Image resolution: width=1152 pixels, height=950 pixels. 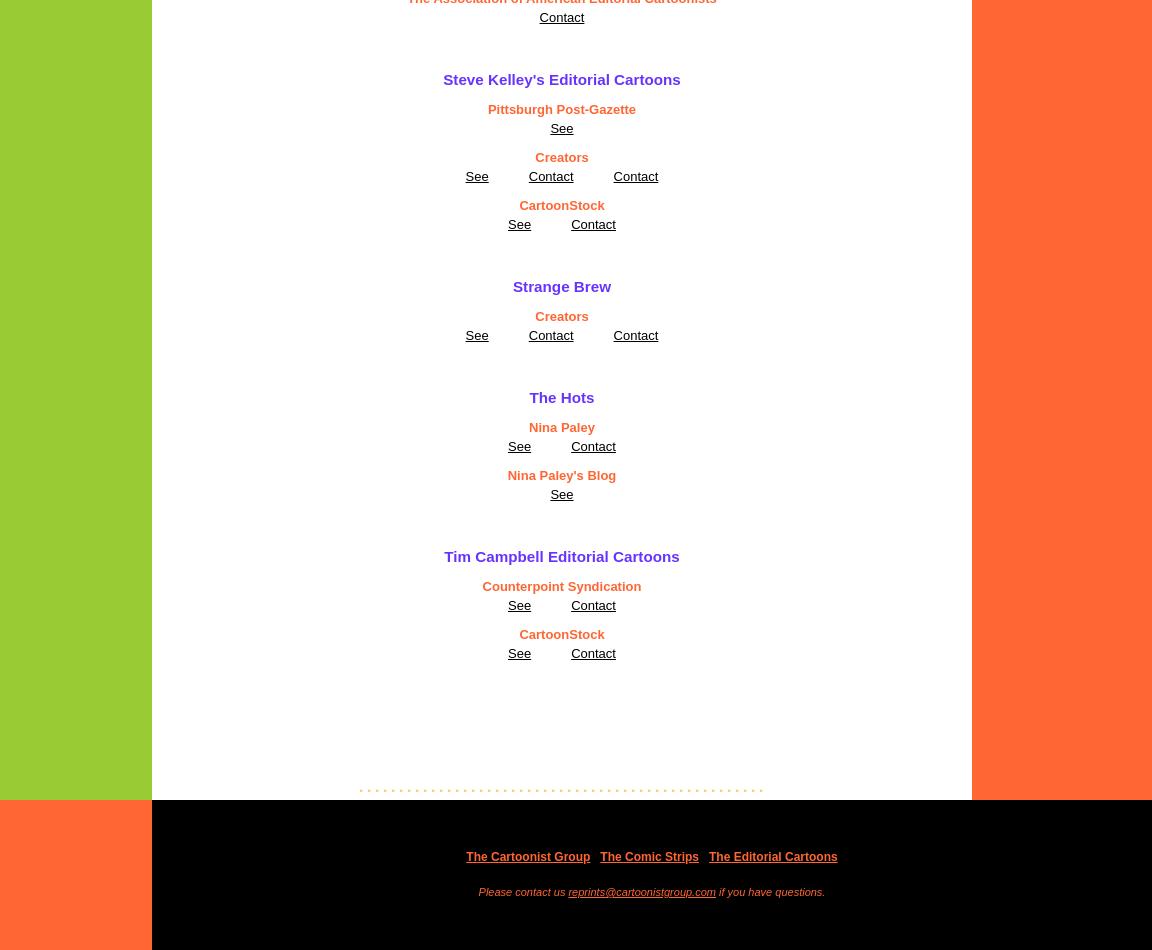 I want to click on 'Steve Kelley's Editorial Cartoons', so click(x=561, y=79).